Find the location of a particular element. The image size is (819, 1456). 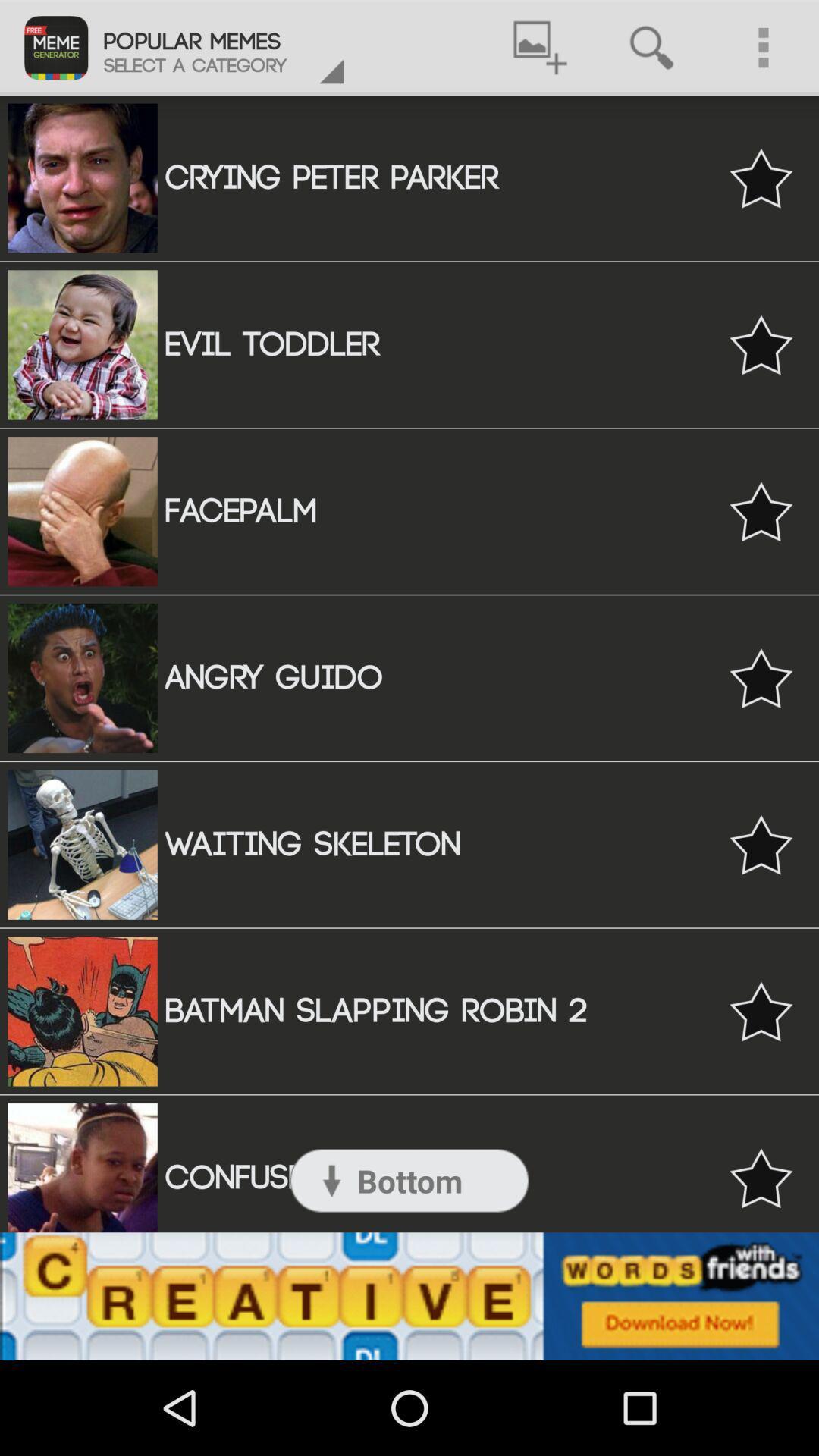

this meme is located at coordinates (761, 844).